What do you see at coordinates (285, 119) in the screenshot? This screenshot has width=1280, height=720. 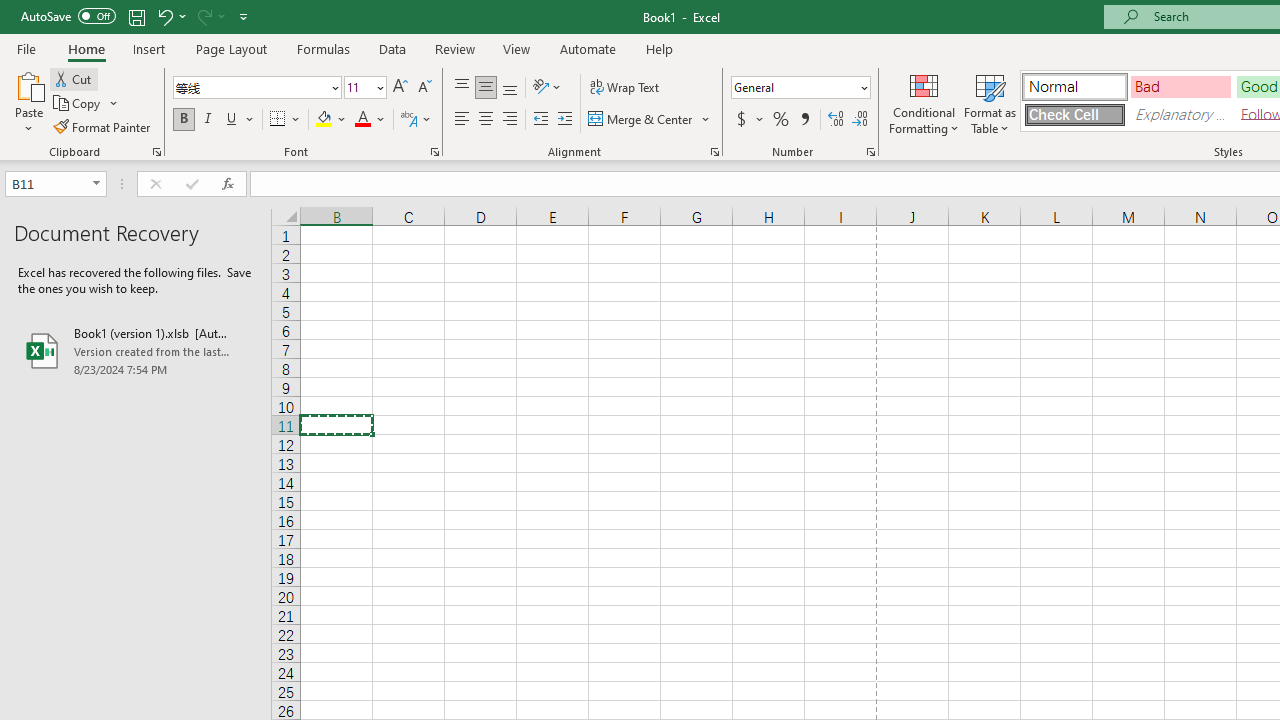 I see `'Borders'` at bounding box center [285, 119].